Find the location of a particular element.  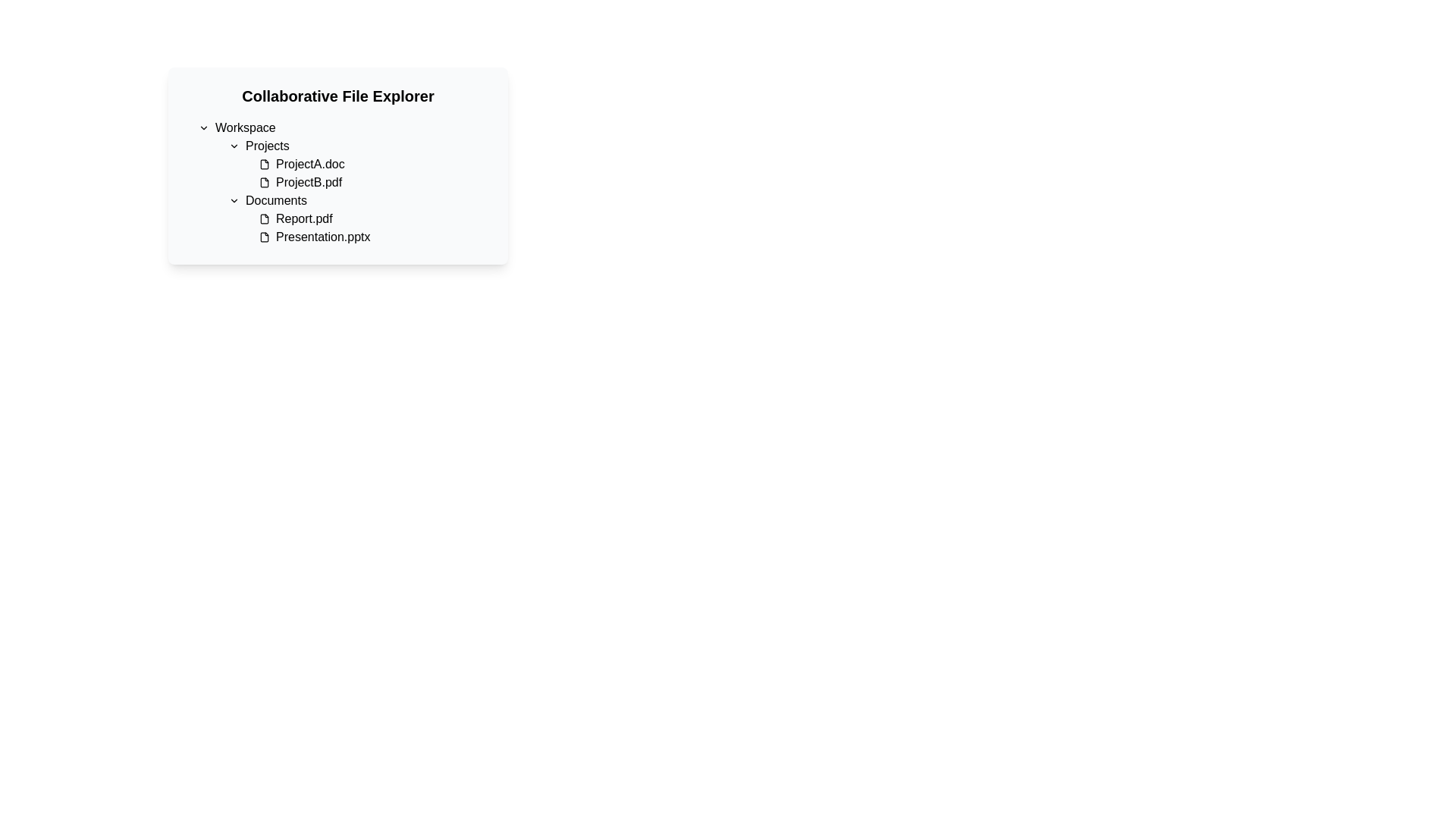

the file entry for 'Report.pdf' is located at coordinates (359, 219).